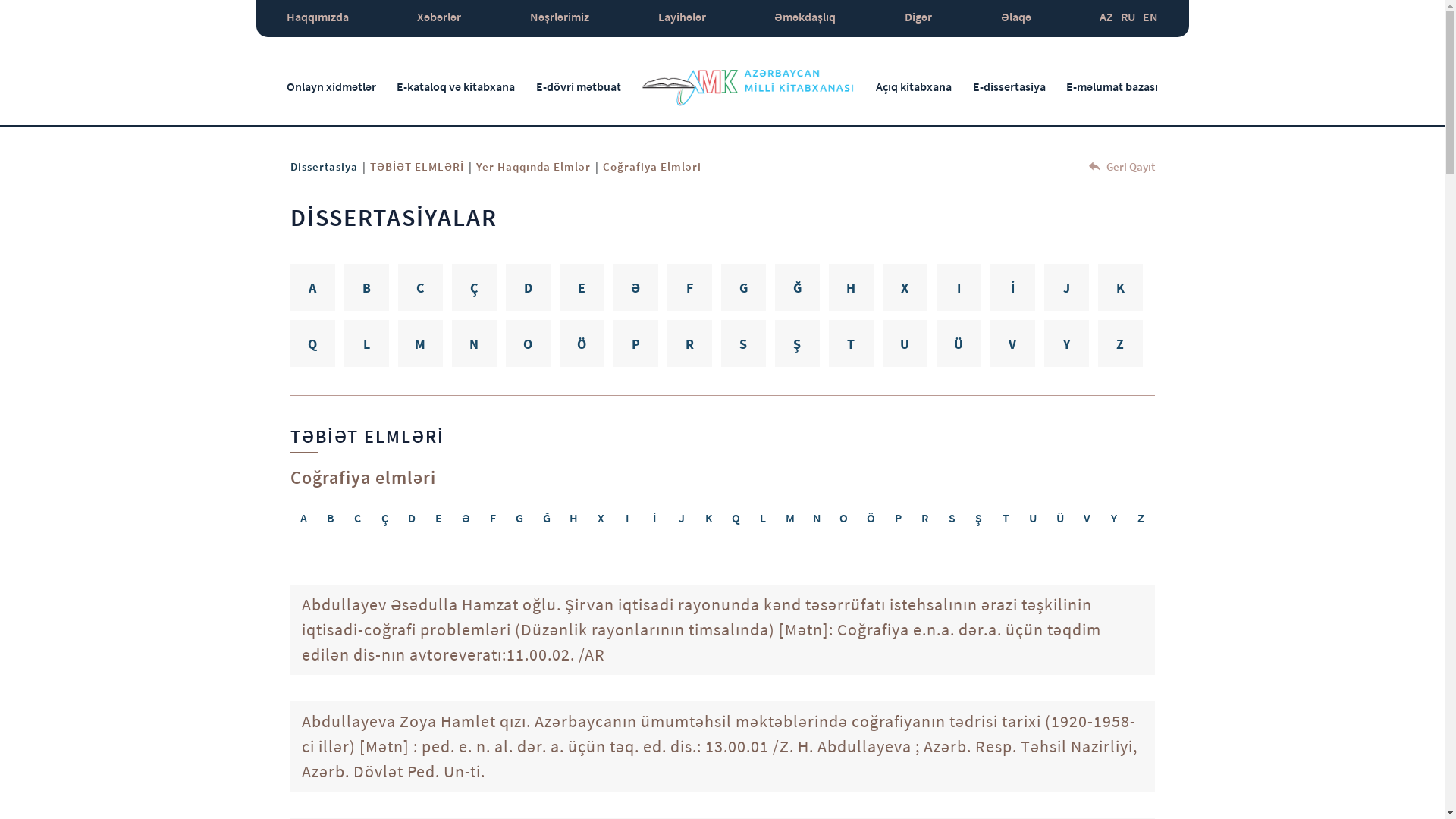  What do you see at coordinates (330, 516) in the screenshot?
I see `'B'` at bounding box center [330, 516].